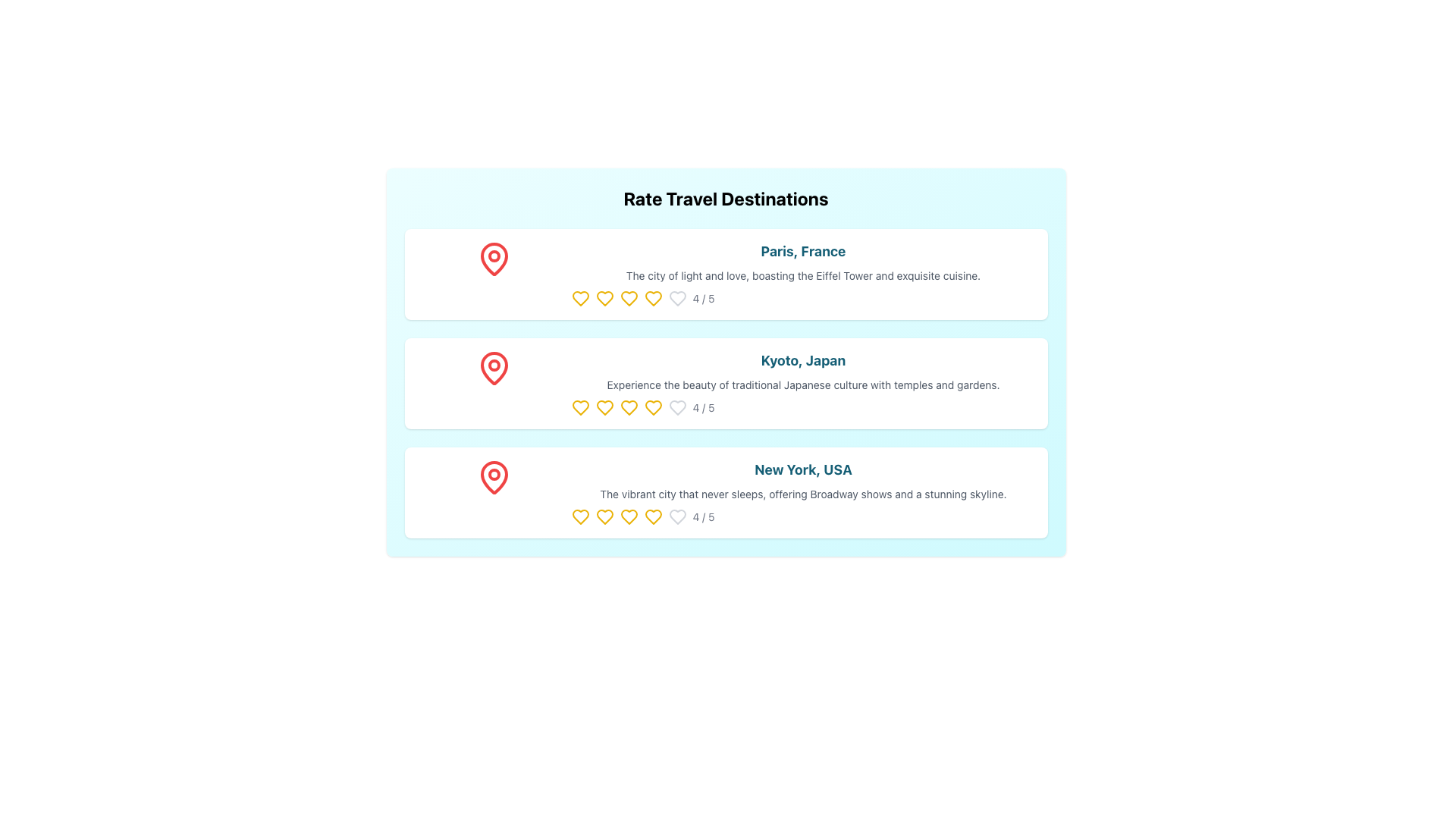 The image size is (1456, 819). What do you see at coordinates (653, 298) in the screenshot?
I see `the fourth heart-shaped icon in the rating component for 'Paris, France' to observe styling changes` at bounding box center [653, 298].